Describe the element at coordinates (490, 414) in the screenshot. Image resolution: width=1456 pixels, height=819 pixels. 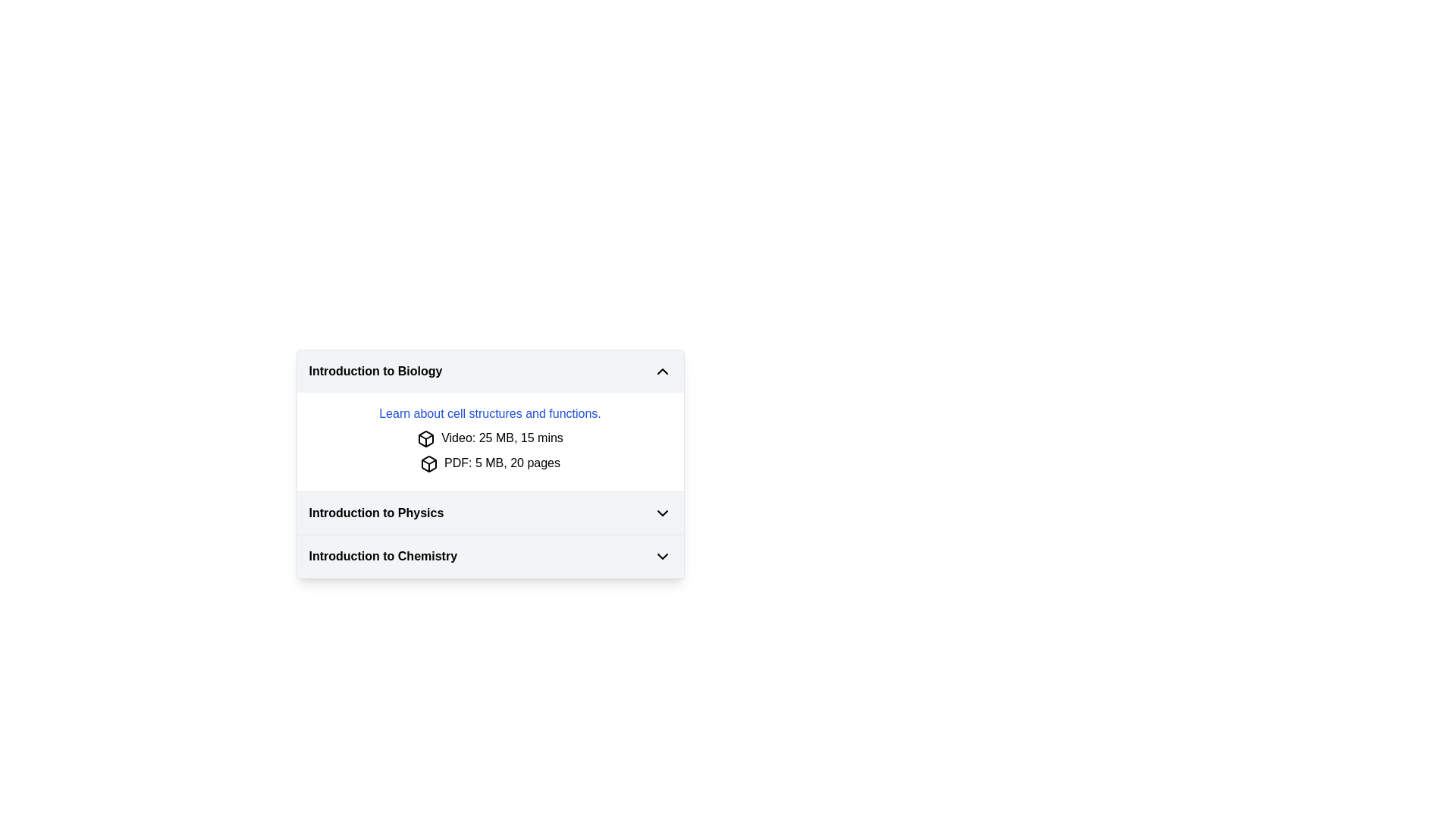
I see `the 'Introduction to Biology' text label that serves as the title for the educational content about cell structures and functions` at that location.